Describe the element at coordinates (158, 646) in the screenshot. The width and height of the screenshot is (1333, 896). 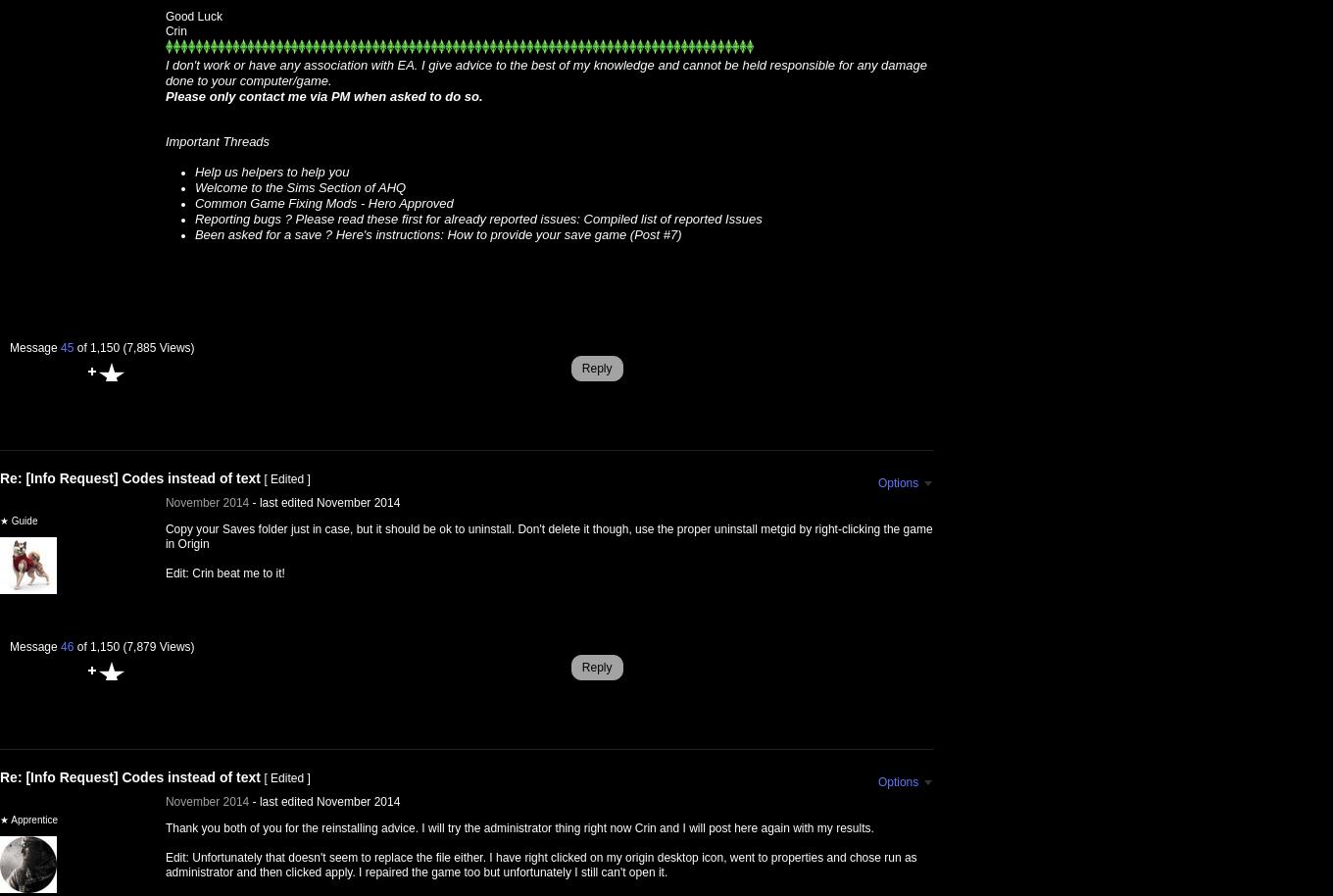
I see `'(7,879 Views)'` at that location.